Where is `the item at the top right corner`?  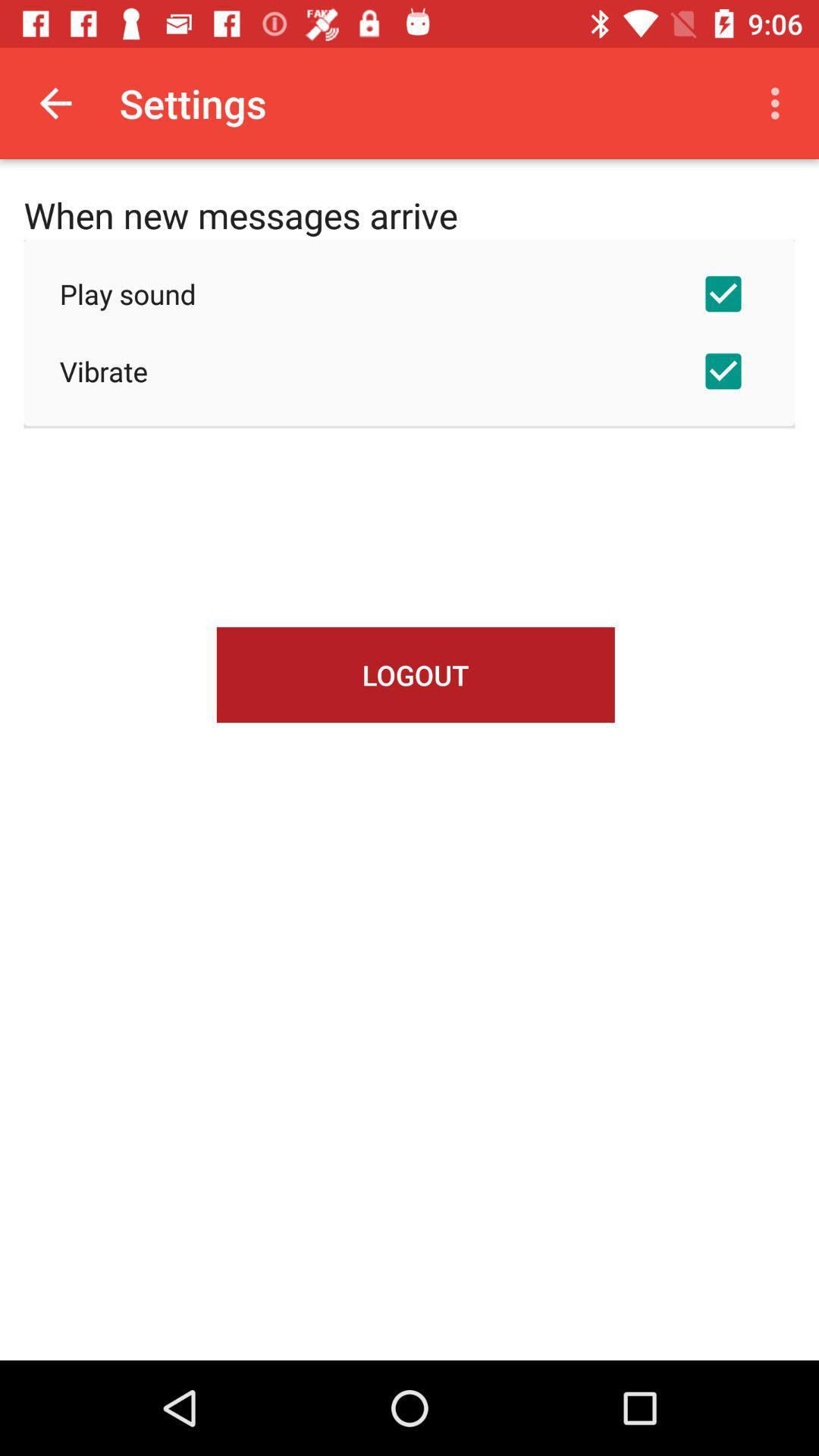
the item at the top right corner is located at coordinates (779, 102).